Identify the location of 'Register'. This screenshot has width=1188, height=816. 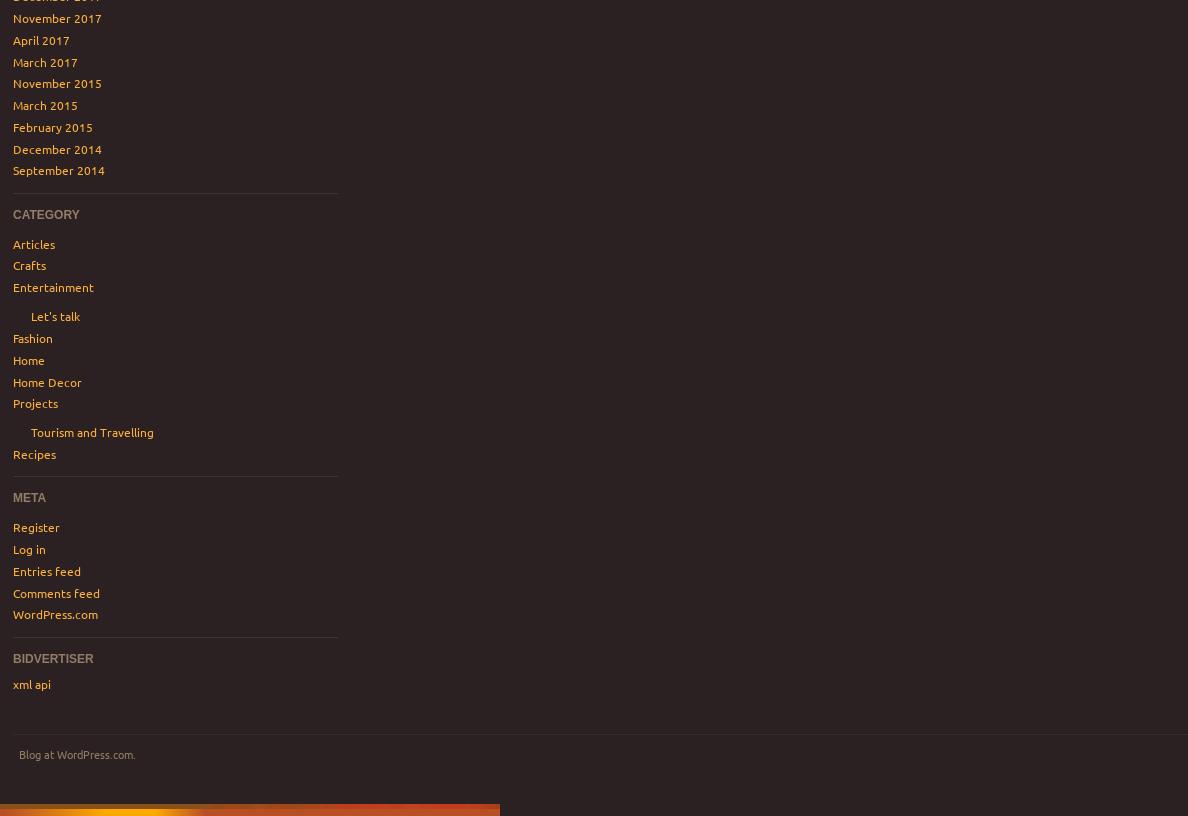
(11, 526).